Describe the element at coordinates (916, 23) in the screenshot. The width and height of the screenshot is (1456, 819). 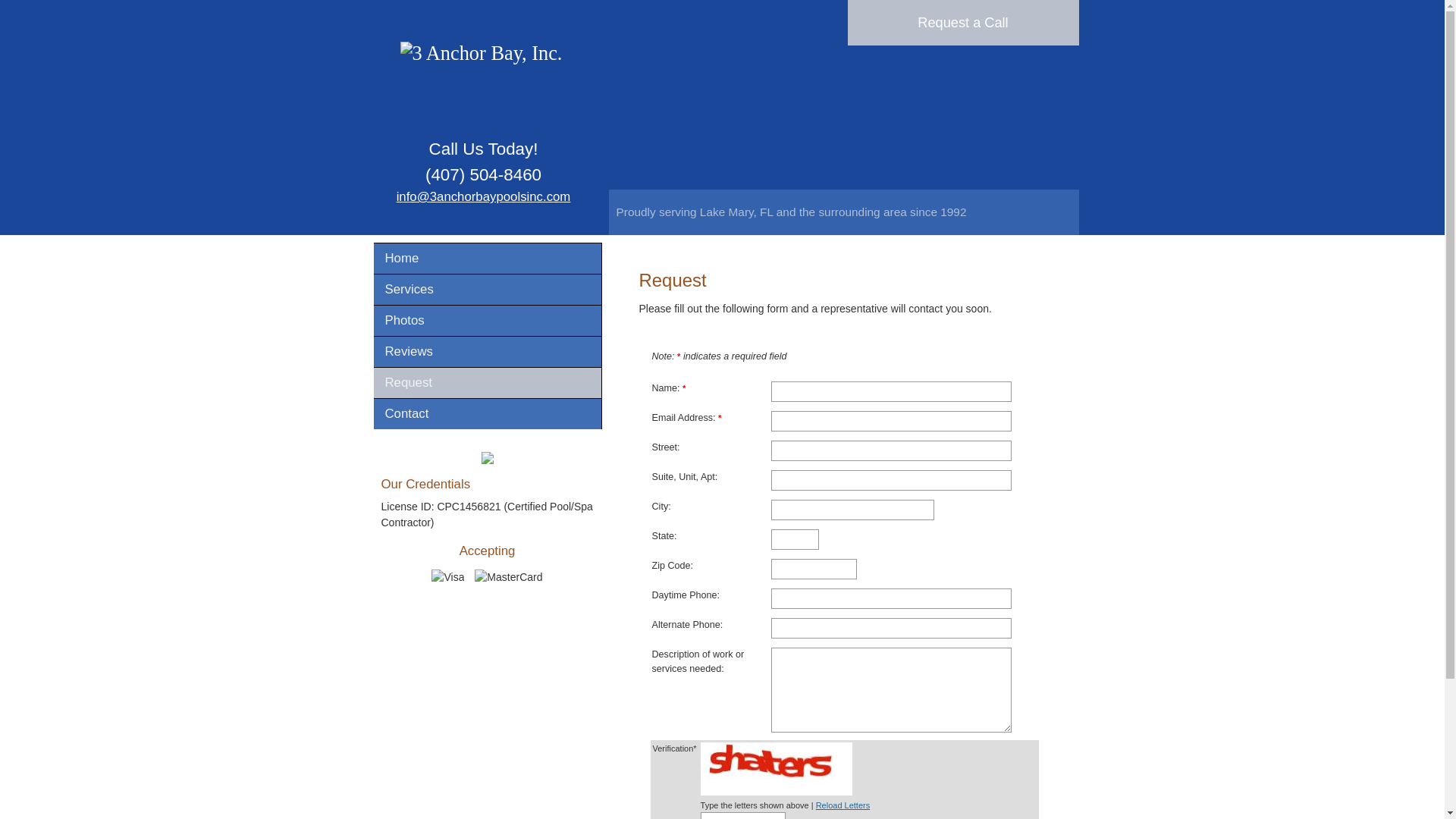
I see `'Request a Call'` at that location.